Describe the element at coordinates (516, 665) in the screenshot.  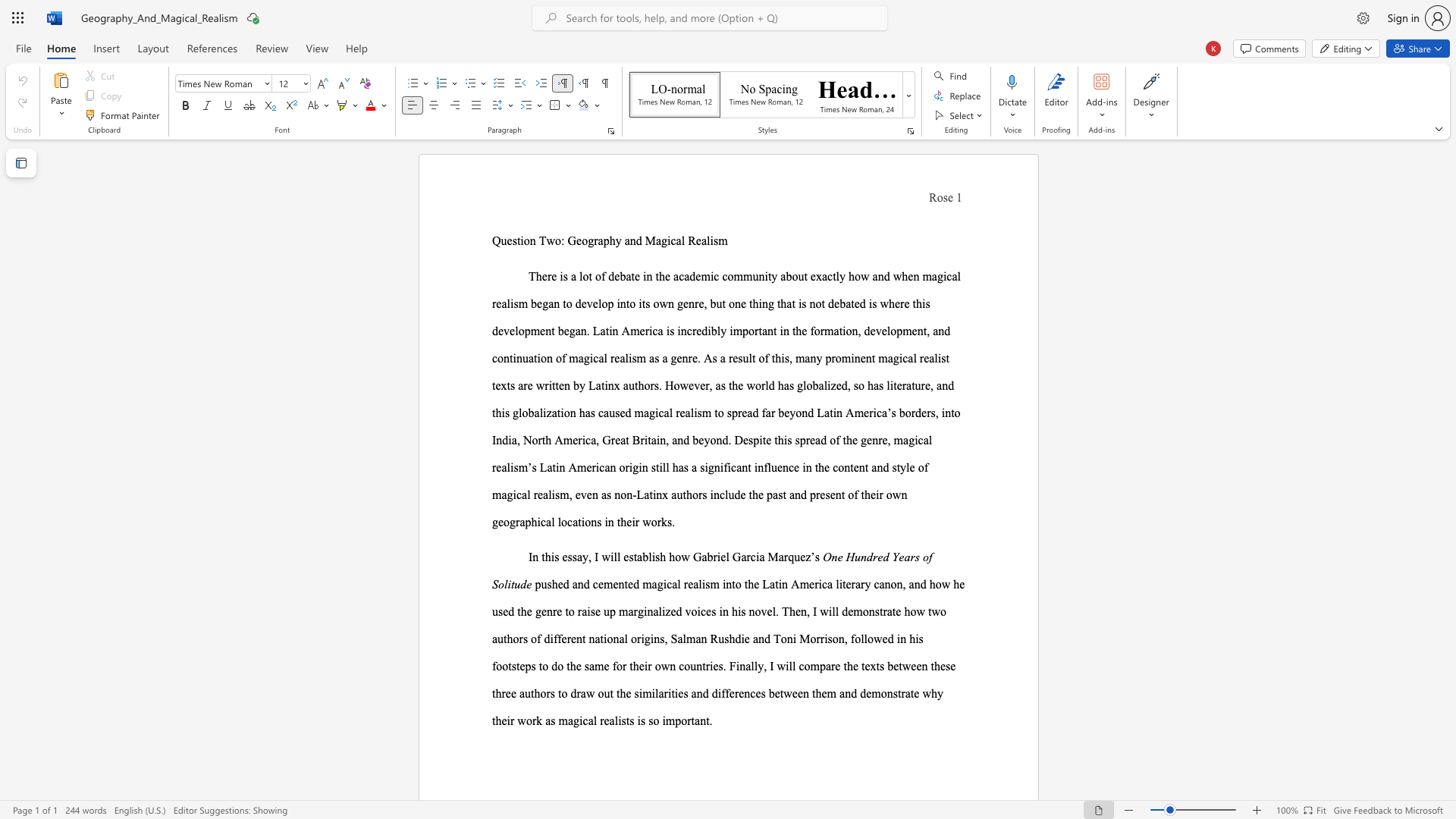
I see `the subset text "teps" within the text "followed in his footsteps"` at that location.